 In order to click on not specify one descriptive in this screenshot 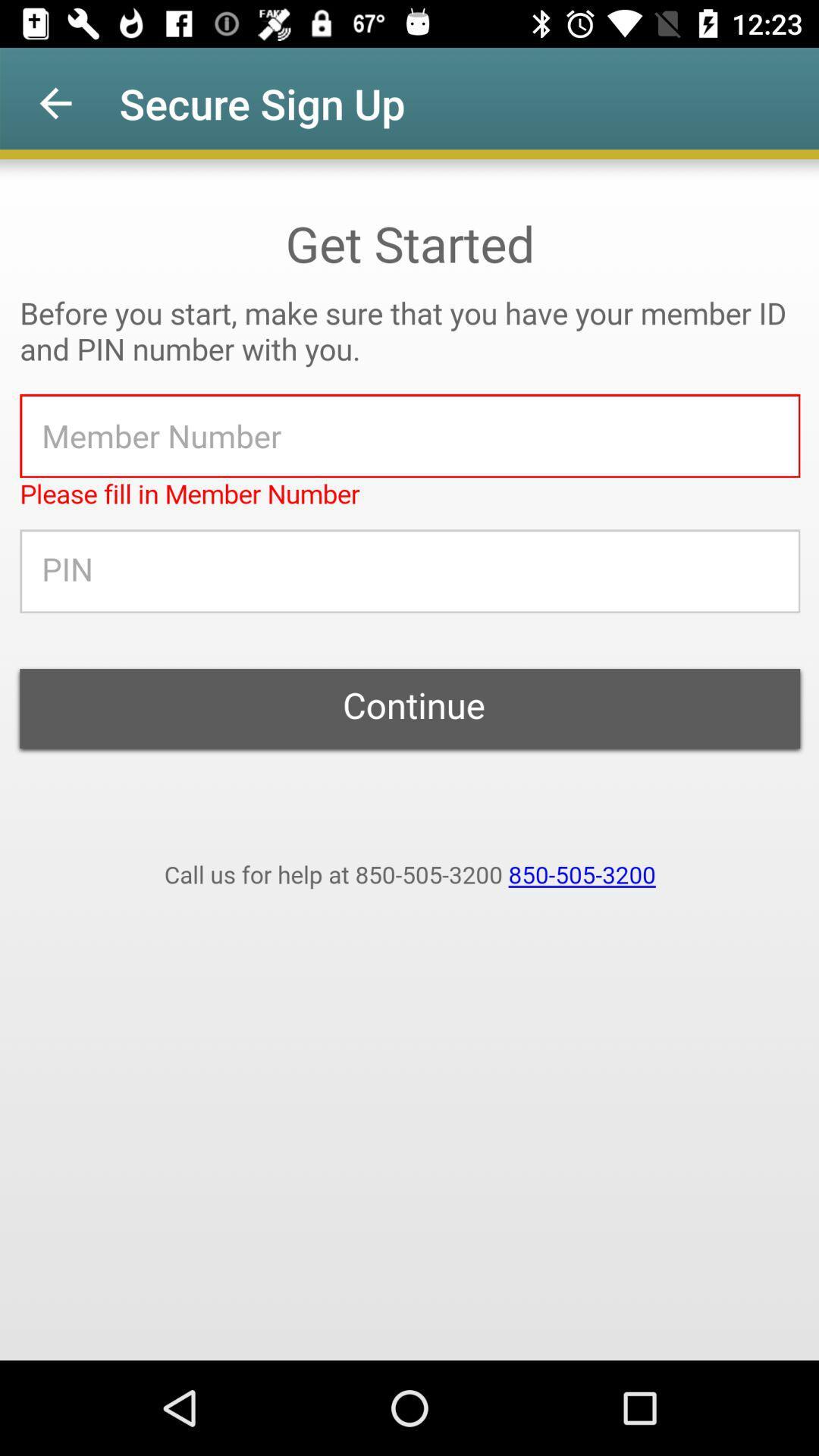, I will do `click(409, 760)`.